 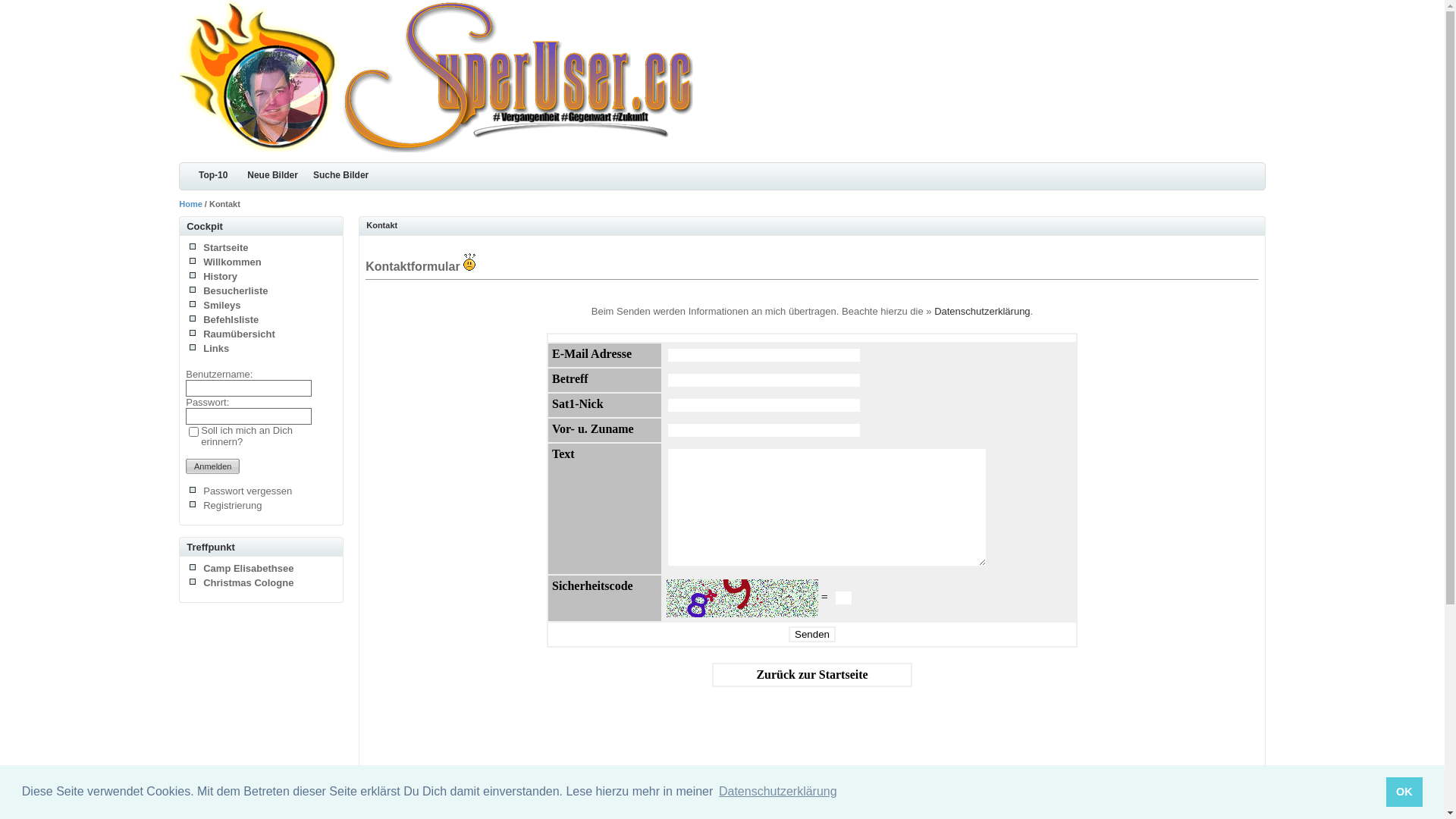 What do you see at coordinates (202, 318) in the screenshot?
I see `'Befehlsliste'` at bounding box center [202, 318].